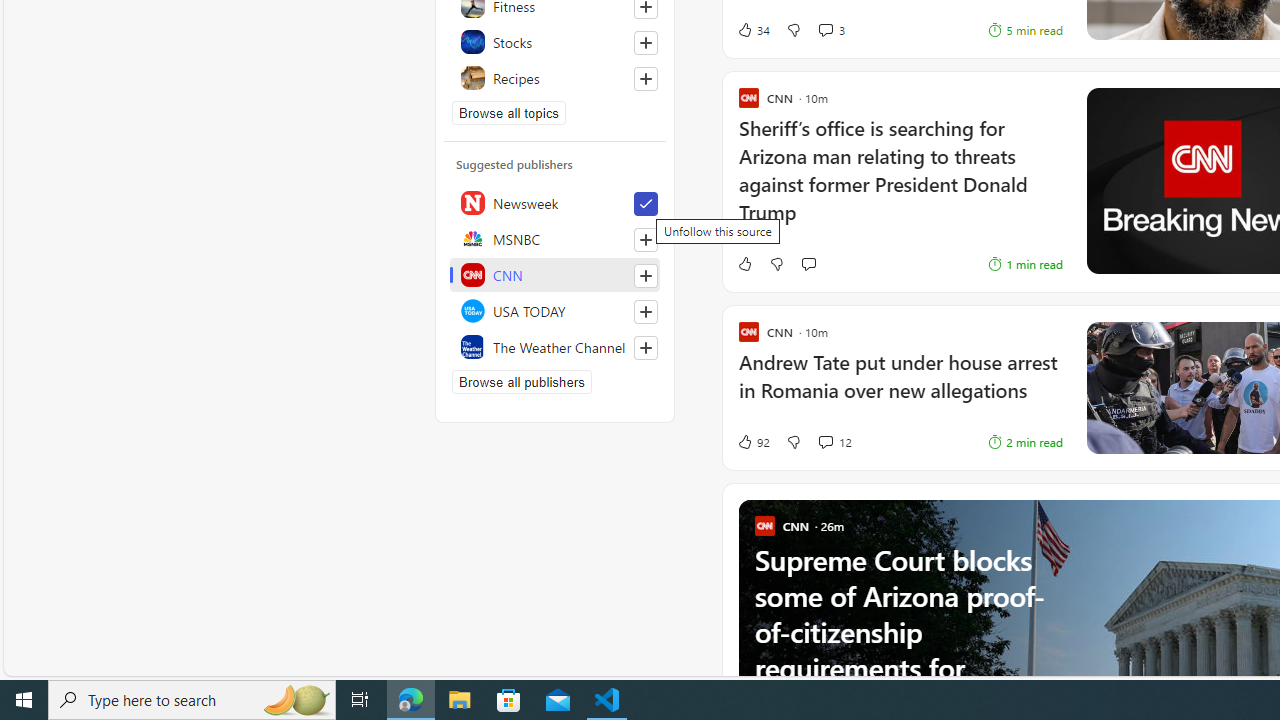 Image resolution: width=1280 pixels, height=720 pixels. I want to click on 'View comments 3 Comment', so click(825, 30).